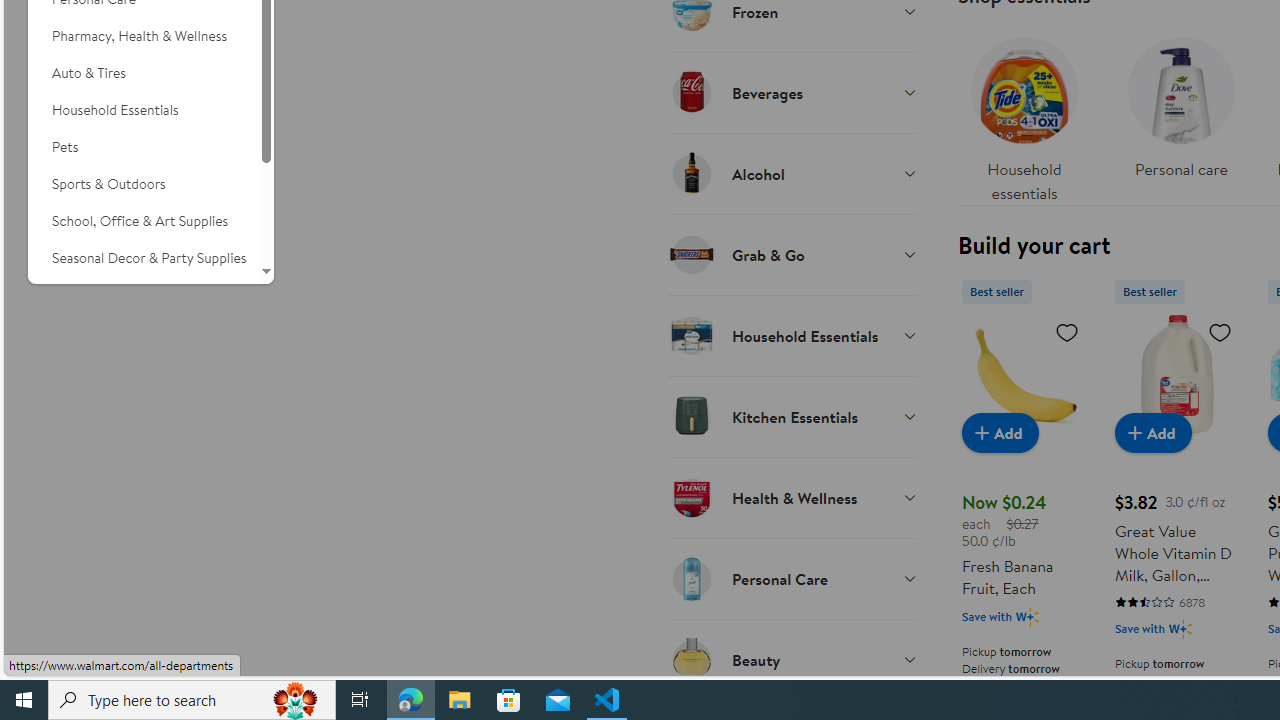 This screenshot has width=1280, height=720. I want to click on 'Household essentials', so click(1024, 114).